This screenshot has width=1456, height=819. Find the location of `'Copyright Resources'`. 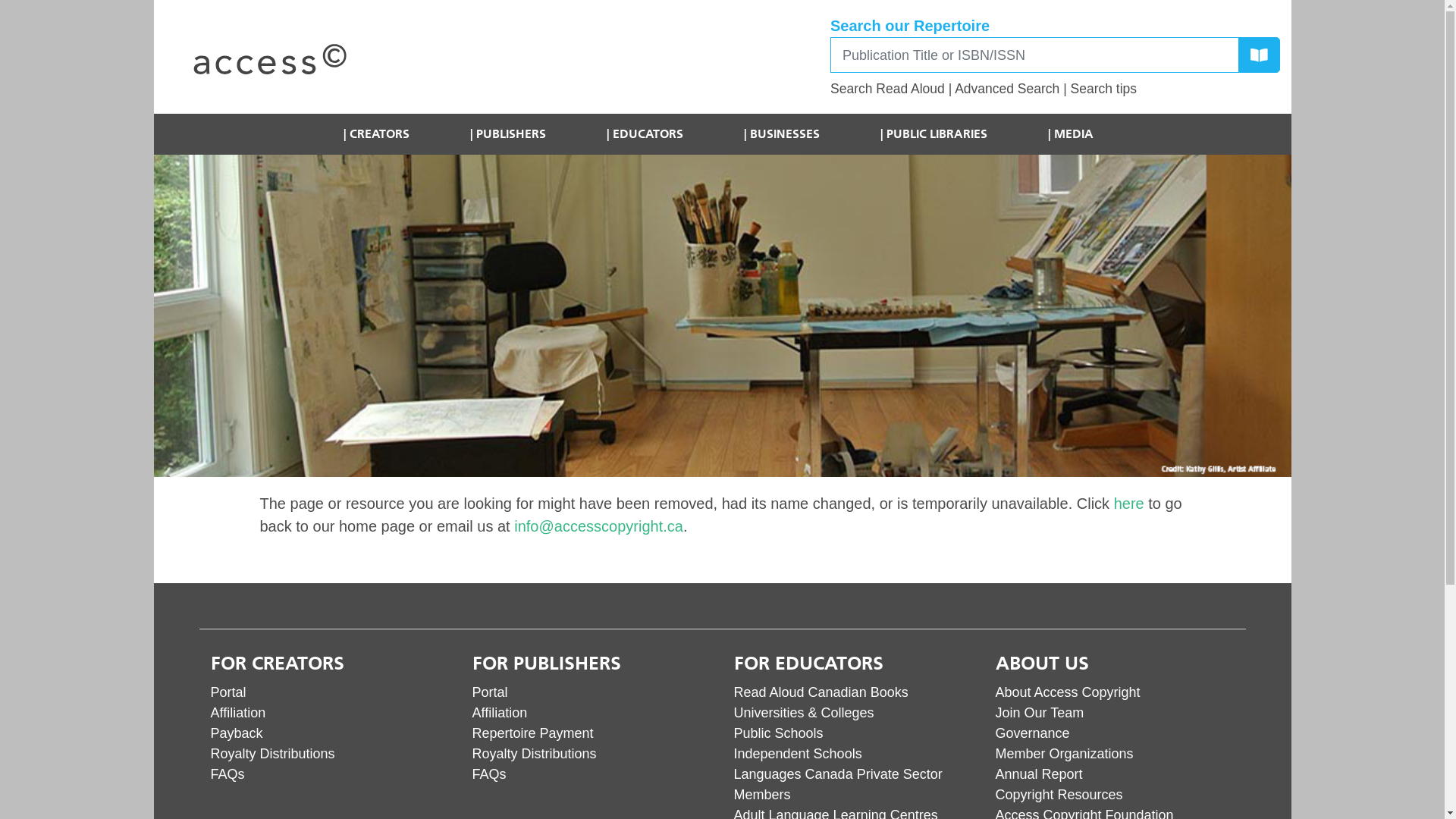

'Copyright Resources' is located at coordinates (1058, 794).